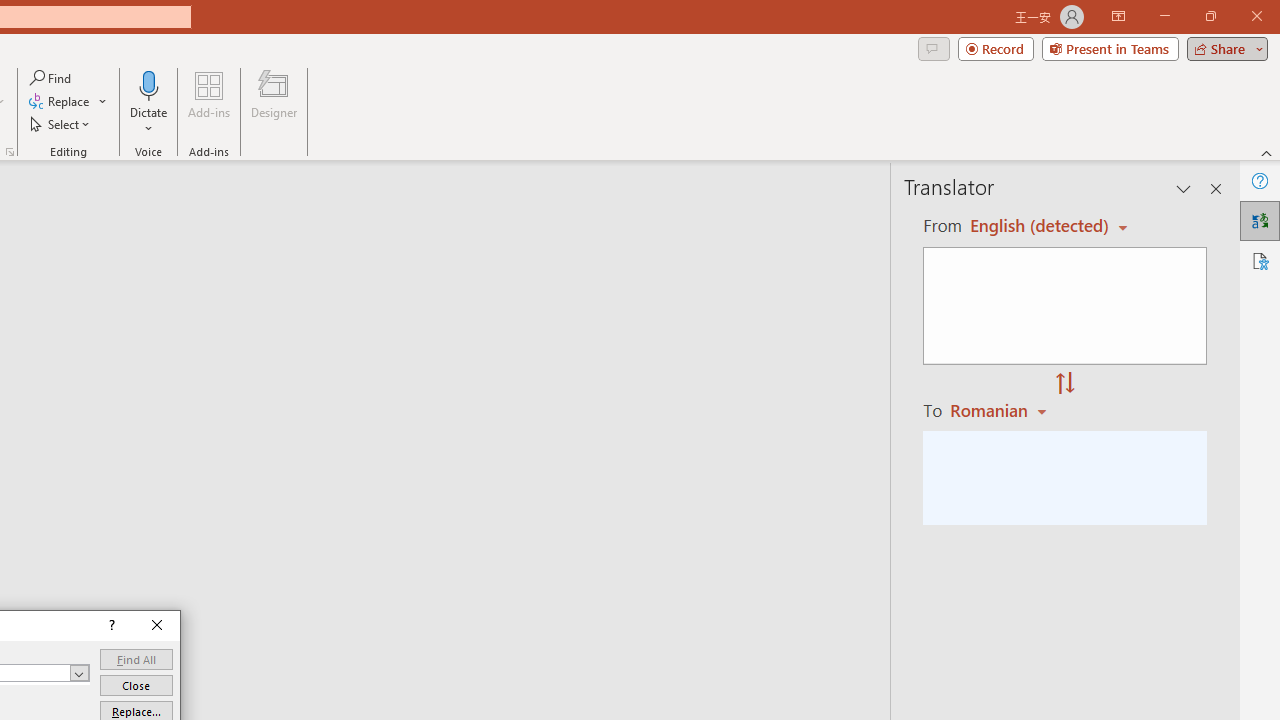 This screenshot has width=1280, height=720. What do you see at coordinates (135, 659) in the screenshot?
I see `'Find All'` at bounding box center [135, 659].